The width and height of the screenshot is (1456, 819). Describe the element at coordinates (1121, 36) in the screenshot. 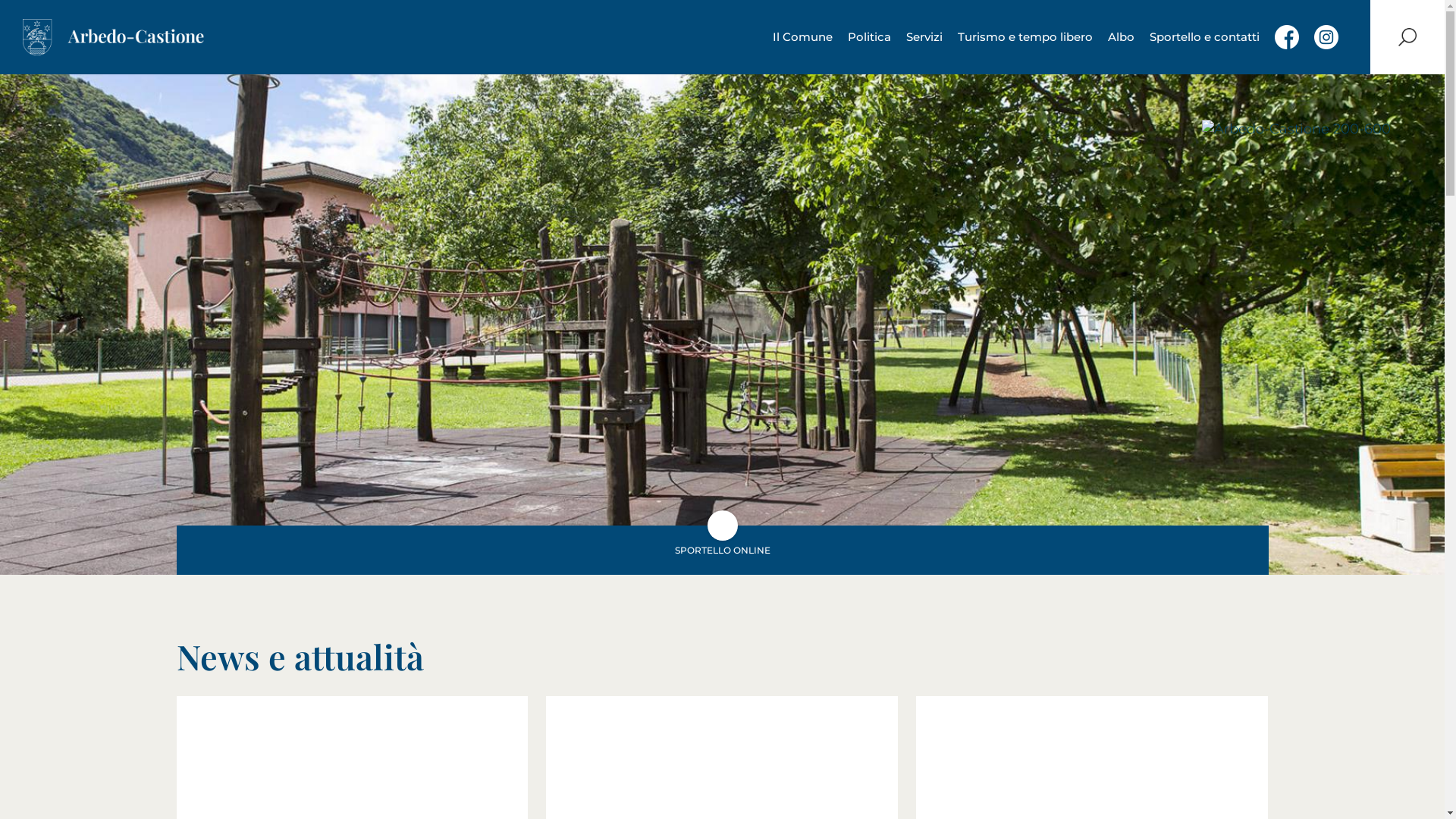

I see `'Albo'` at that location.